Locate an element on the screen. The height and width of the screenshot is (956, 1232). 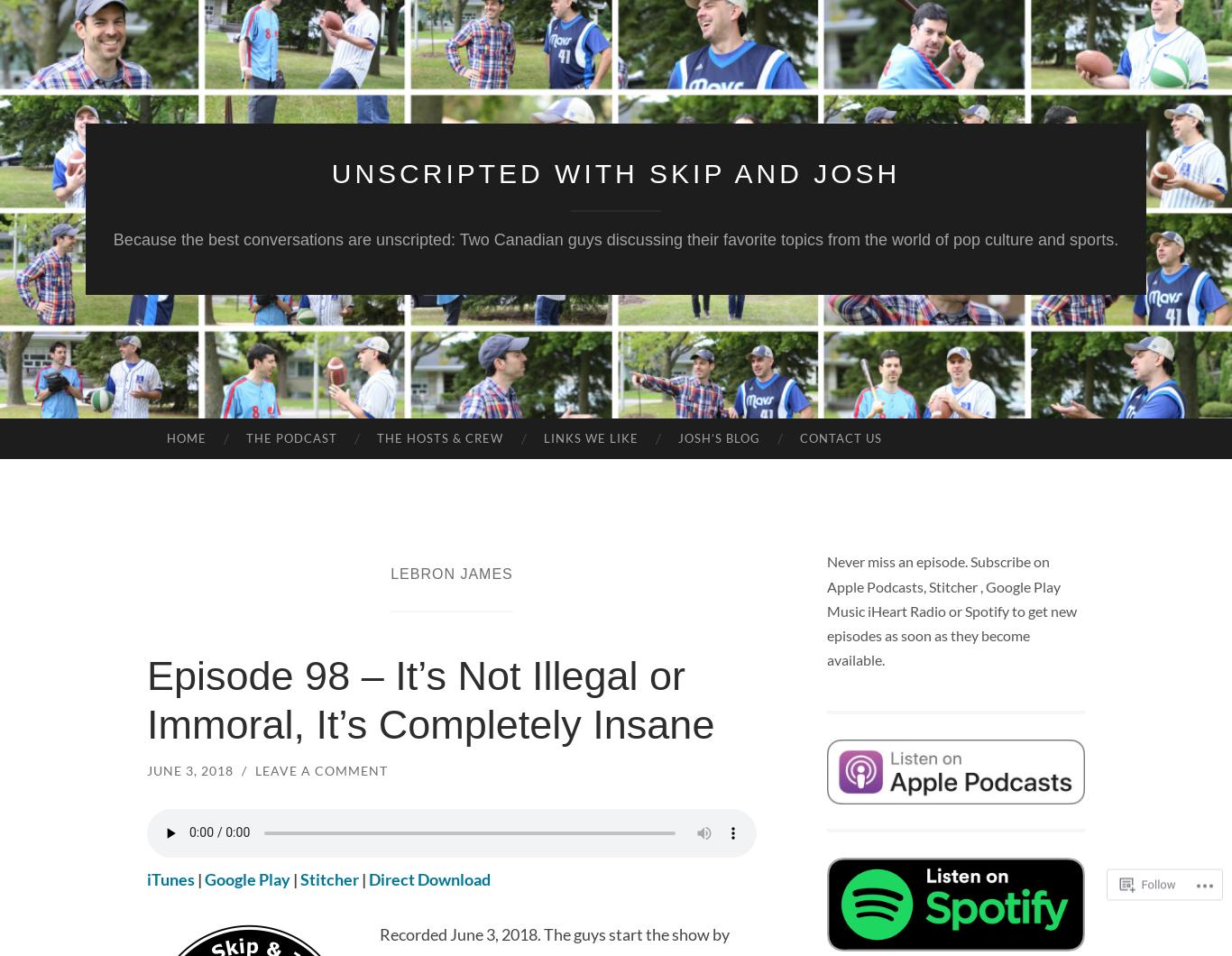
'/' is located at coordinates (242, 769).